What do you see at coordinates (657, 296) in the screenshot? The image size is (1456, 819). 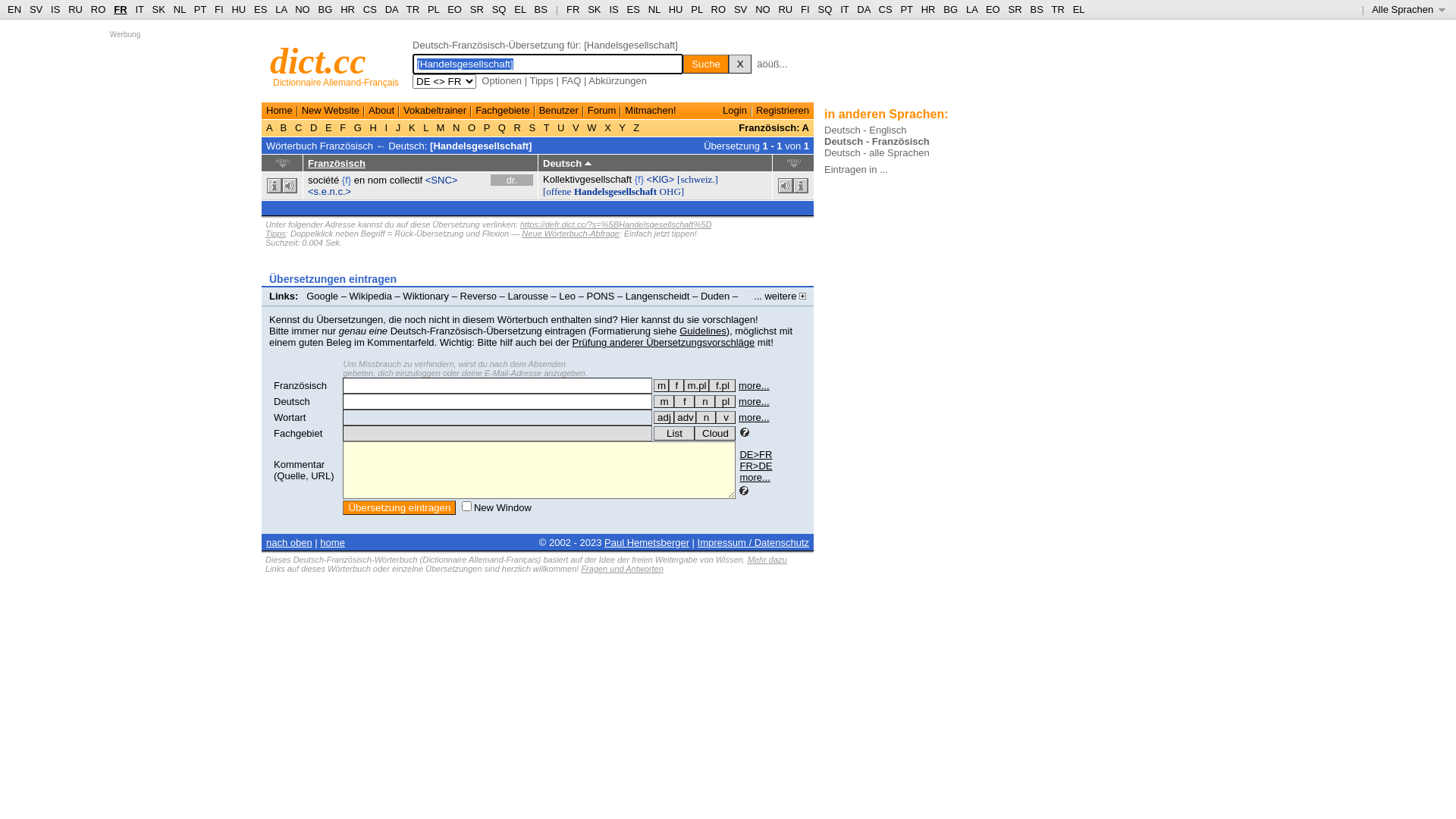 I see `'Langenscheidt'` at bounding box center [657, 296].